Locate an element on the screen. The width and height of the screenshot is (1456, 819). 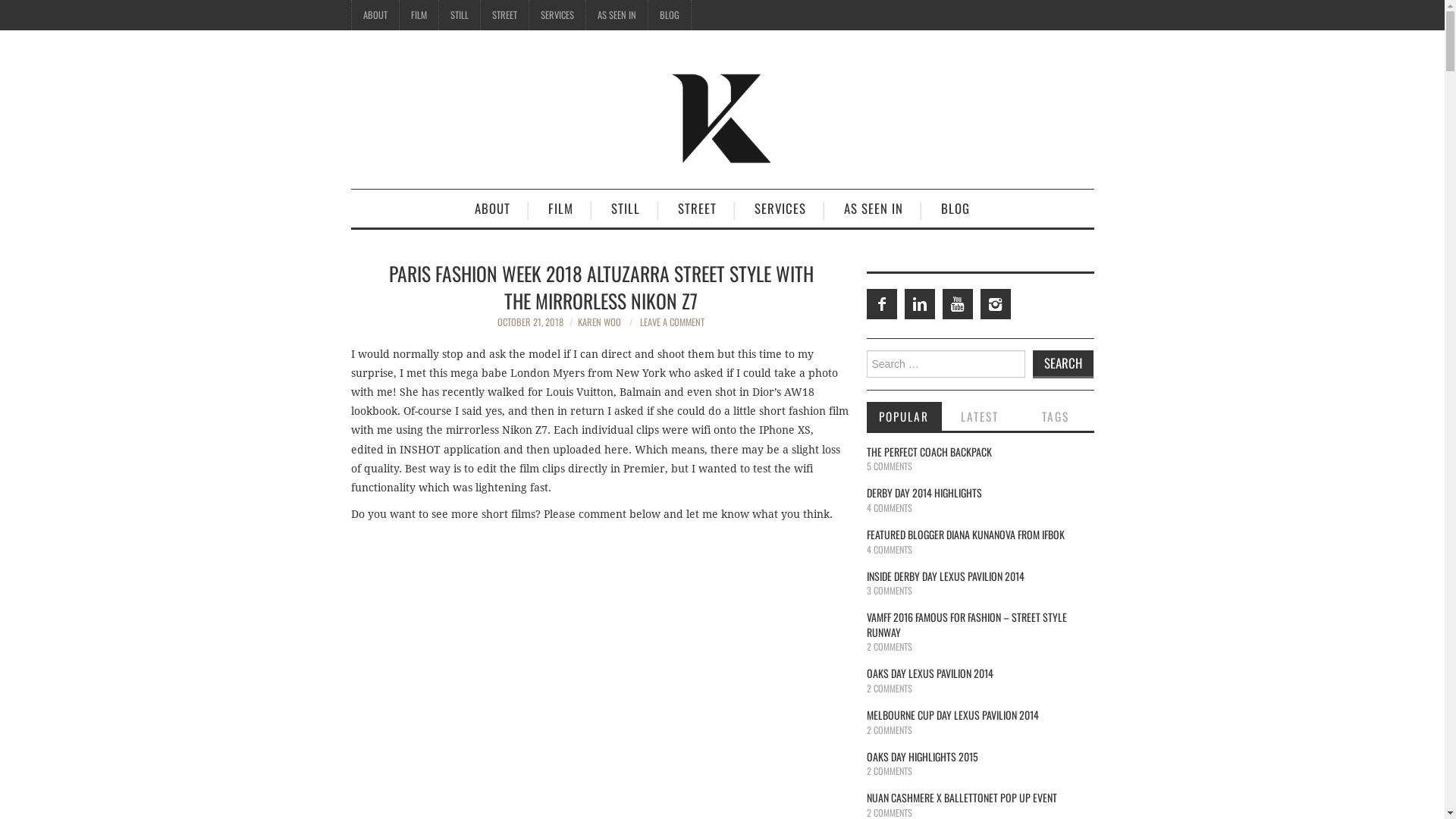
'STILL' is located at coordinates (626, 208).